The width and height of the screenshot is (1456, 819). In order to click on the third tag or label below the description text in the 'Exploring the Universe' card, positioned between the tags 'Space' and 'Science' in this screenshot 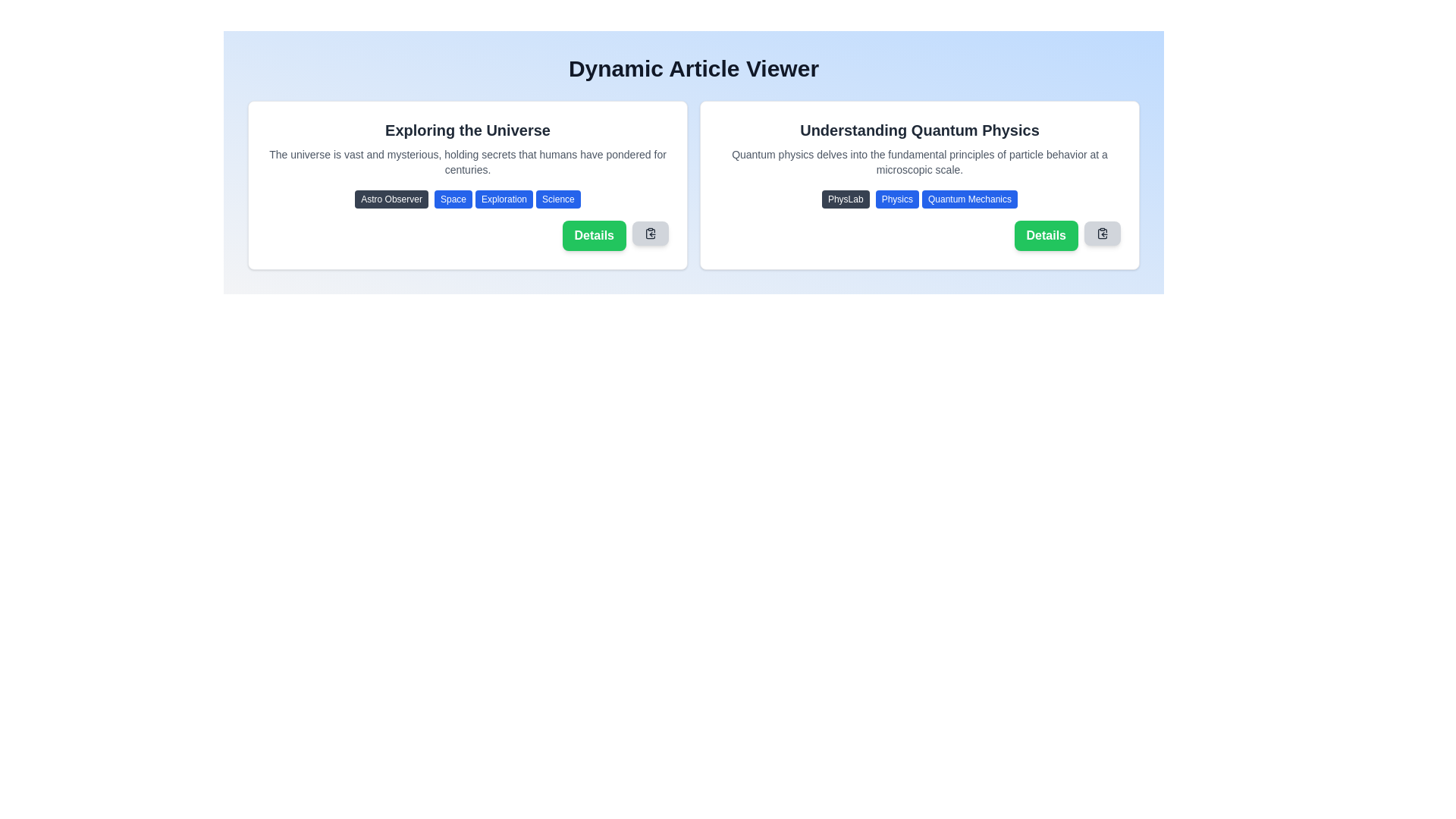, I will do `click(504, 198)`.